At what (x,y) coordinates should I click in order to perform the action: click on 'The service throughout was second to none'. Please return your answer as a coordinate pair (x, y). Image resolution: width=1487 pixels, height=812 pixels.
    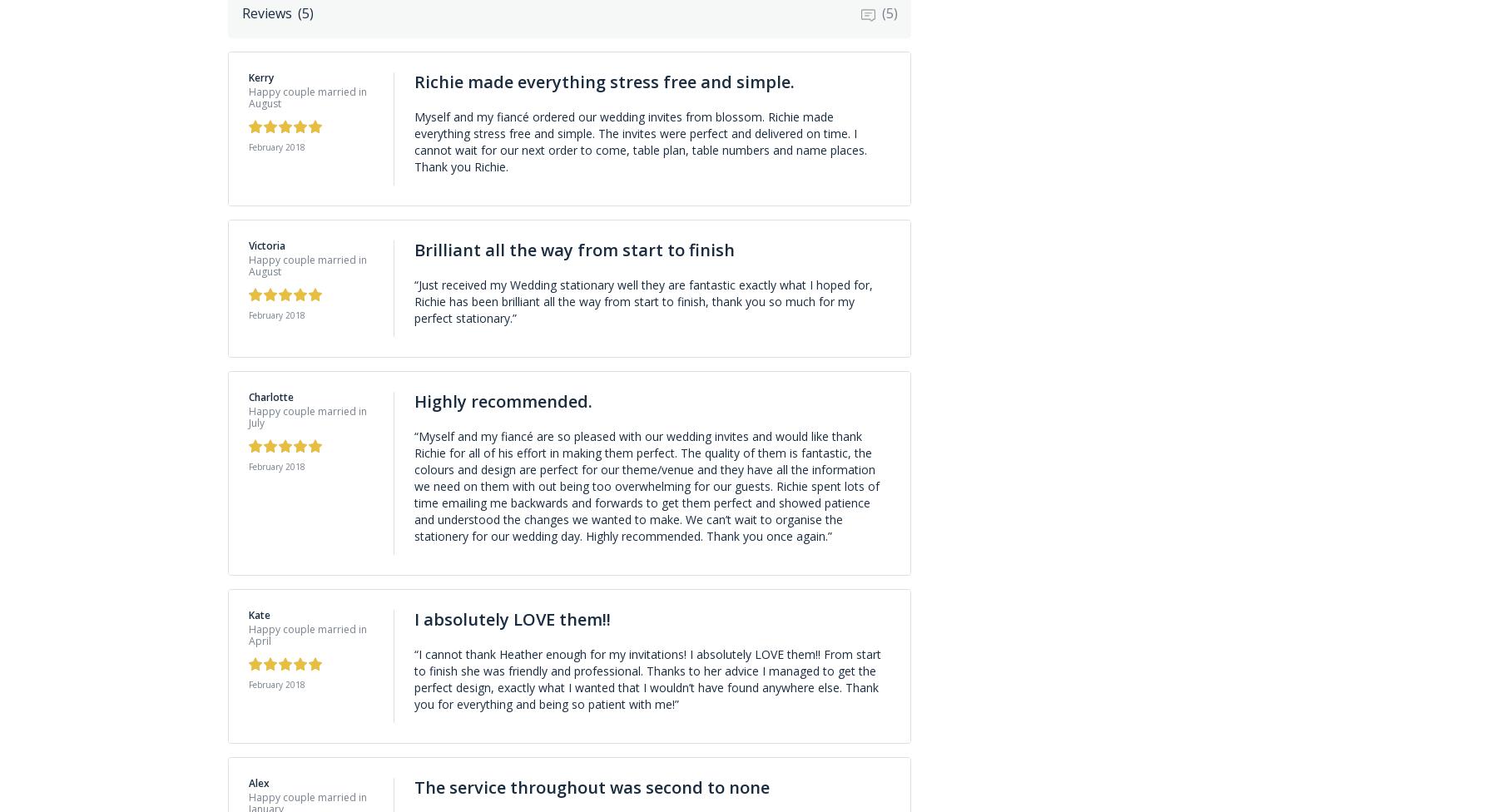
    Looking at the image, I should click on (590, 785).